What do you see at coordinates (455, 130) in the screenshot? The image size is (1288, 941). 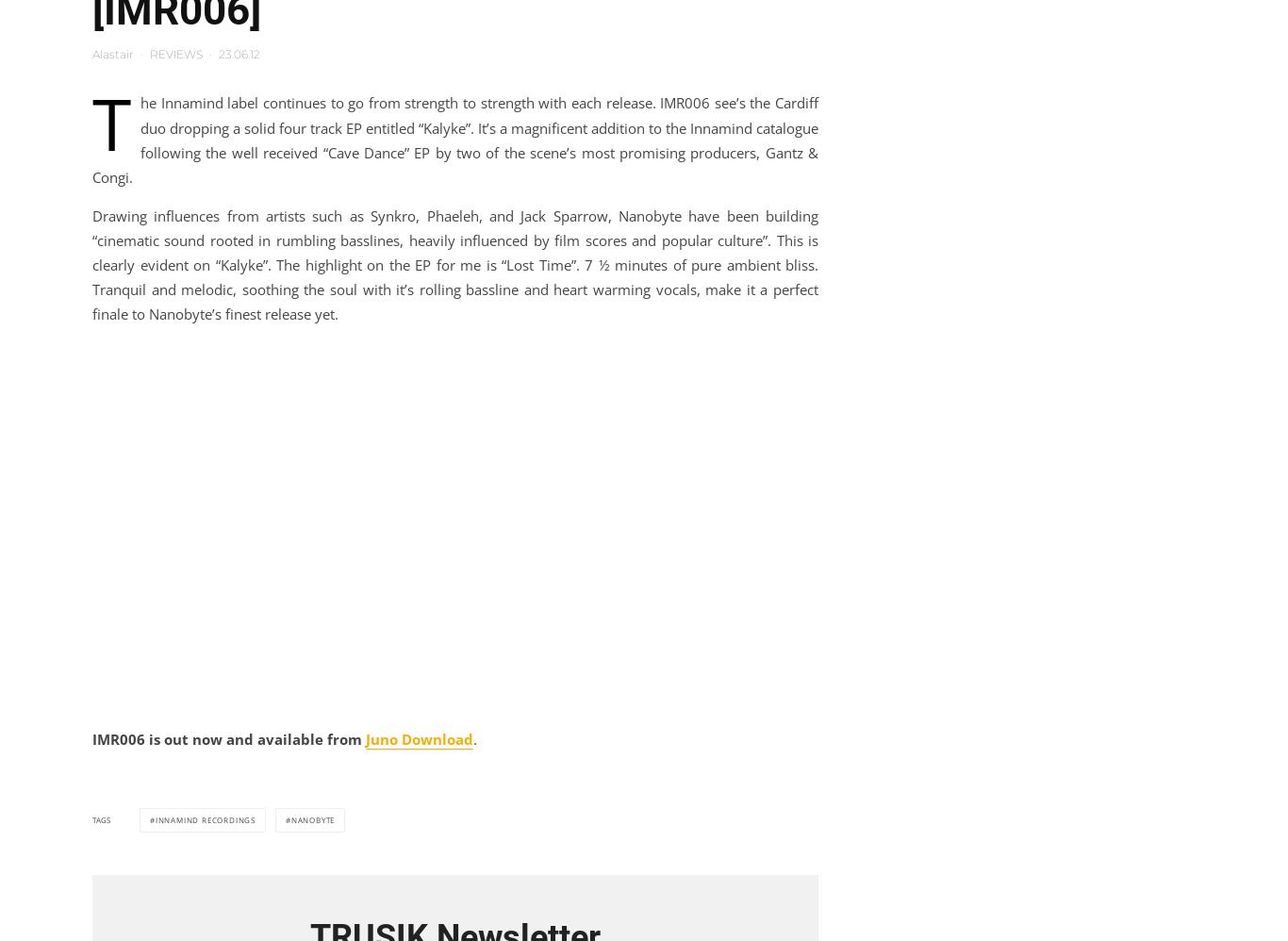 I see `'The Innamind label continues to go from strength to strength with each release. IMR006 see’s the Cardiff duo dropping a solid four track EP entitled “Kalyke”. It’s a magnificent addition to the Innamind catalogue following the well received “Cave Dance” EP by two of the scene’s most promising producers, Gantz & Congi.'` at bounding box center [455, 130].